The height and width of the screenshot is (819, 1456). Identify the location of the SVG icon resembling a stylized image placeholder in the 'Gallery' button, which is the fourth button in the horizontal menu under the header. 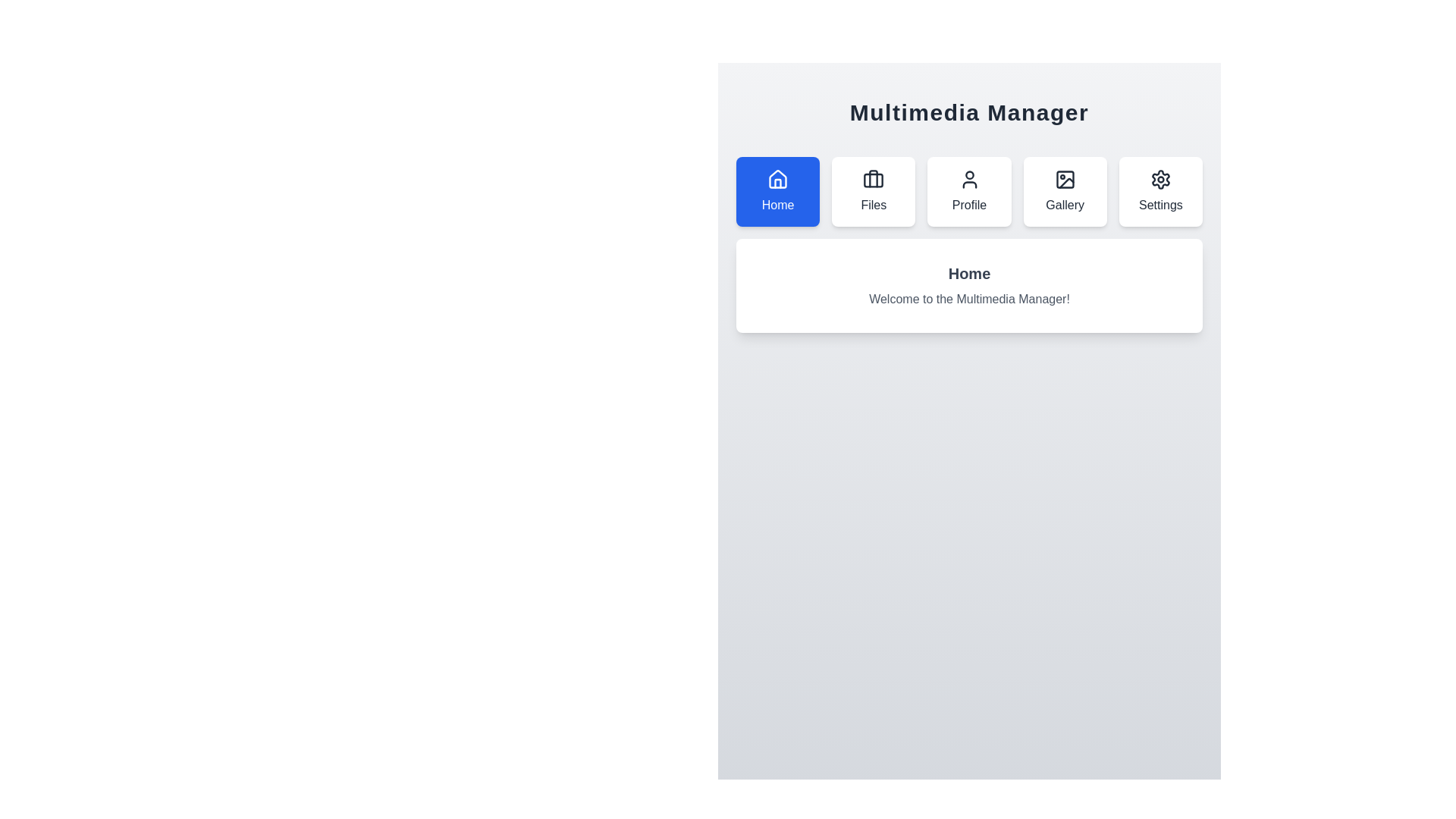
(1064, 178).